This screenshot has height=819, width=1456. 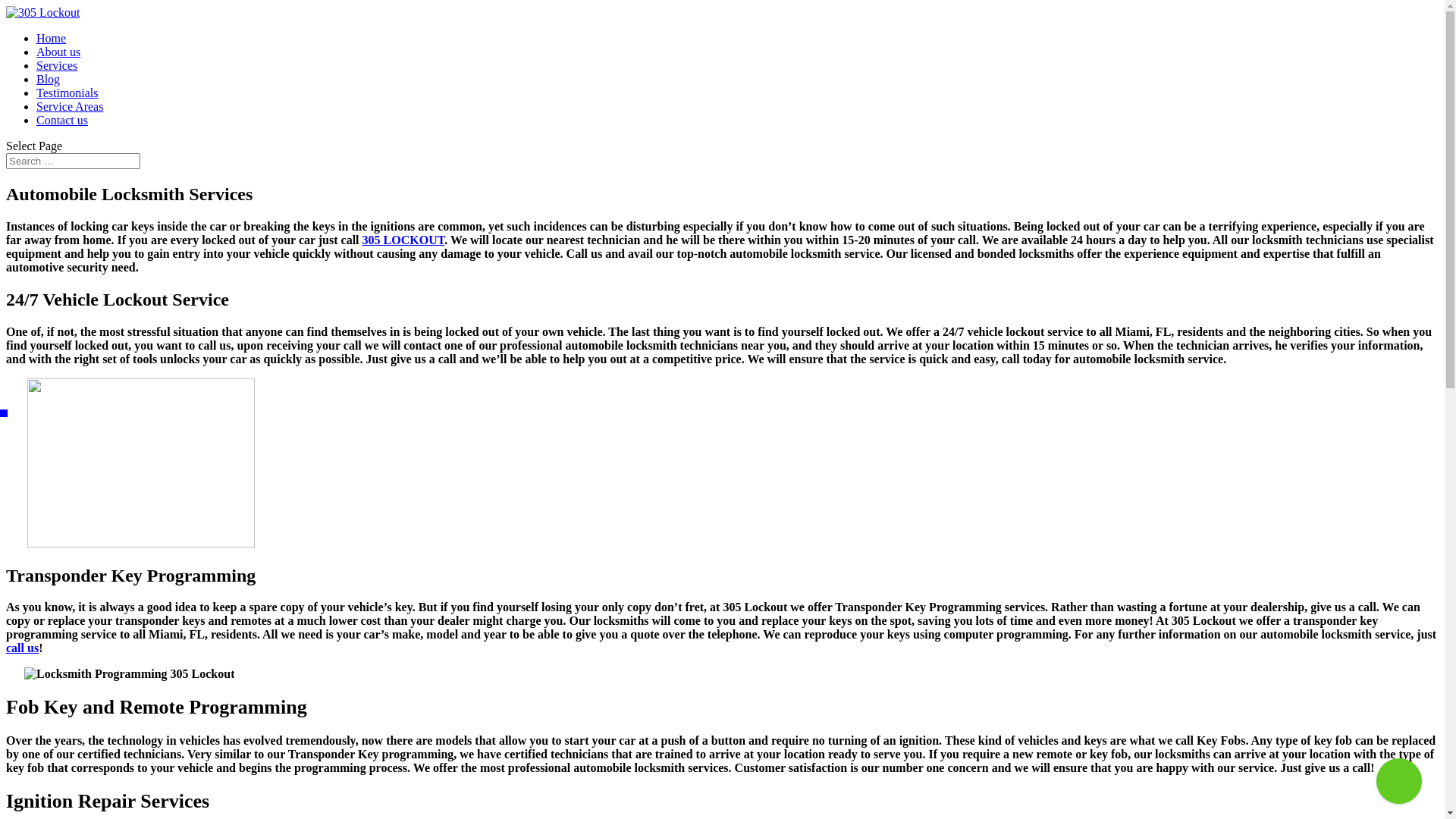 I want to click on 'call us', so click(x=22, y=648).